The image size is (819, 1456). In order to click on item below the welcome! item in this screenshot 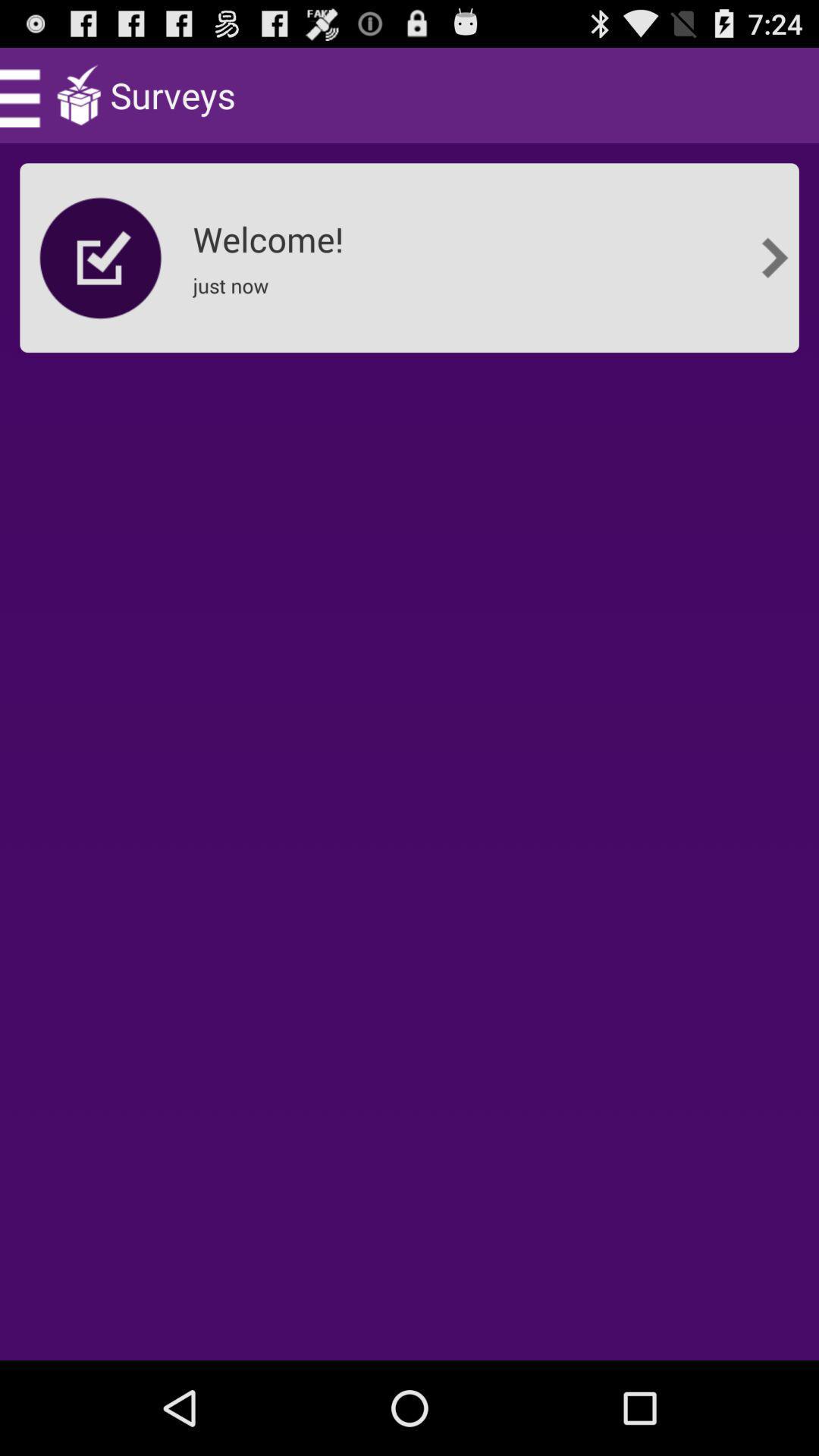, I will do `click(235, 295)`.